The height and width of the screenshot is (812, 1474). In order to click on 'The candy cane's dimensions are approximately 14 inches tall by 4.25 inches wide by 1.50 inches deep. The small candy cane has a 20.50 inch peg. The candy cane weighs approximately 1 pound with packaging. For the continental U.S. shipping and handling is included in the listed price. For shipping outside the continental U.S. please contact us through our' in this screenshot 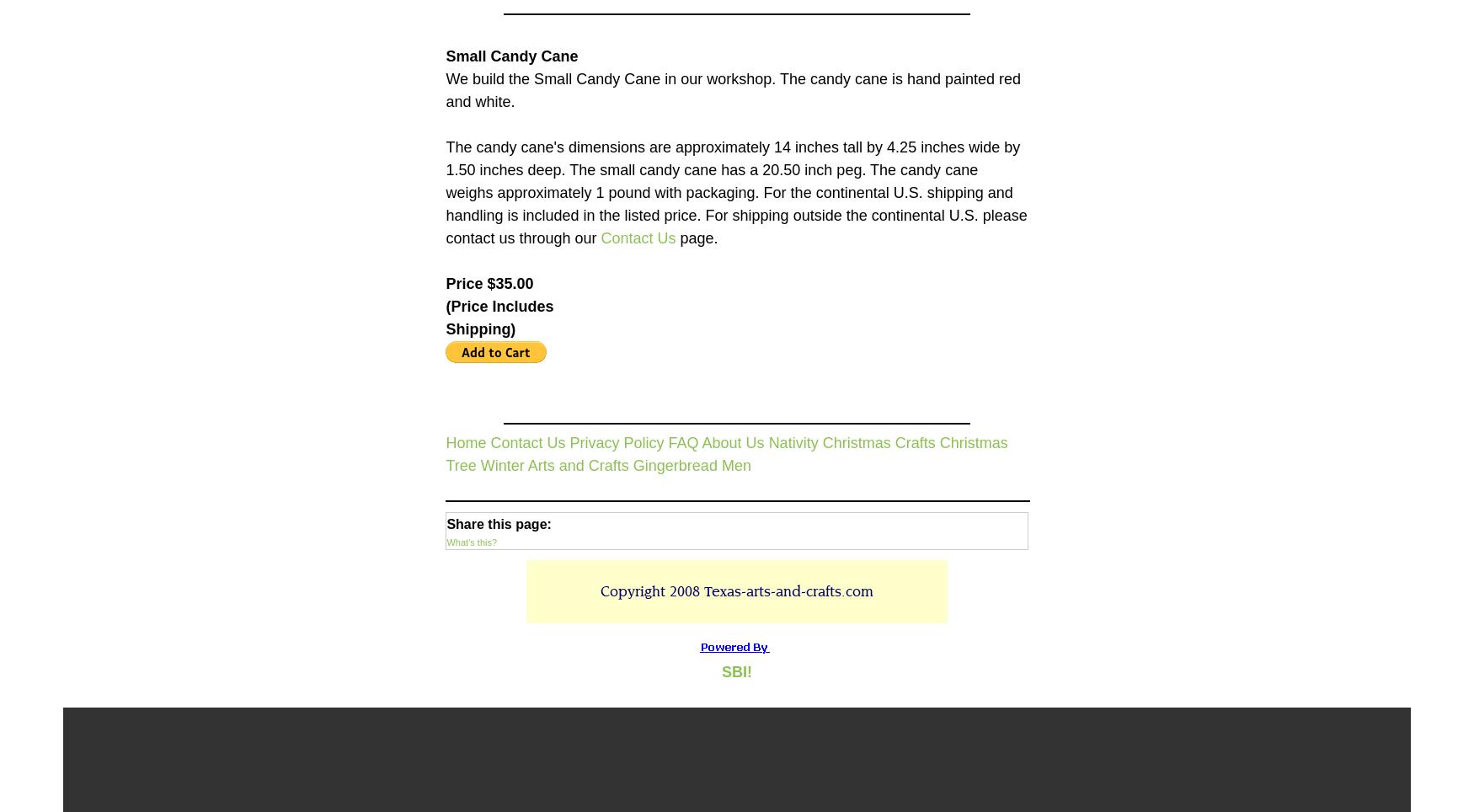, I will do `click(735, 191)`.